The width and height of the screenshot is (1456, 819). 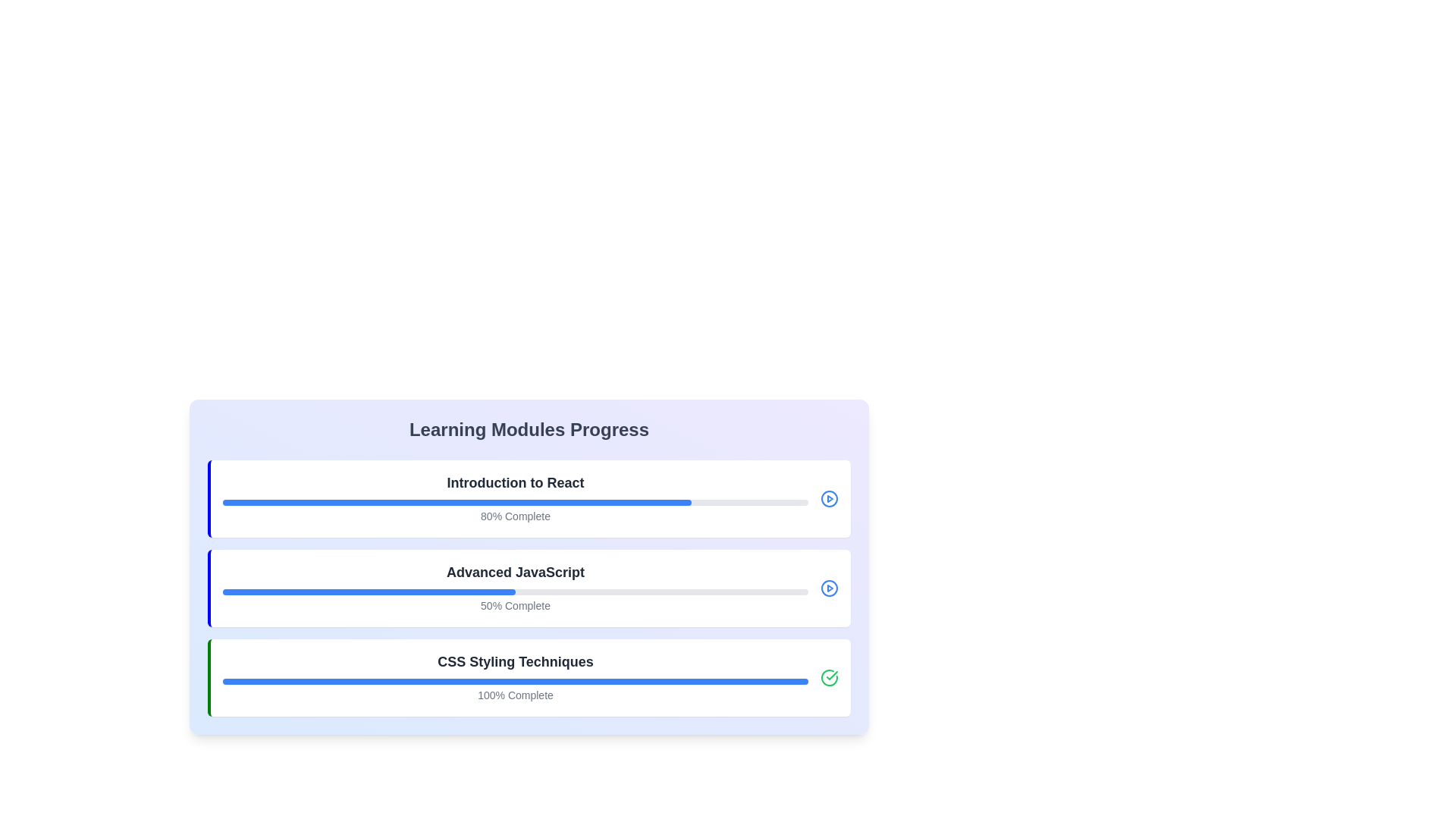 What do you see at coordinates (829, 499) in the screenshot?
I see `the circular blue icon button with a play symbol located at the top-right corner of the 'Introduction to React' module card` at bounding box center [829, 499].